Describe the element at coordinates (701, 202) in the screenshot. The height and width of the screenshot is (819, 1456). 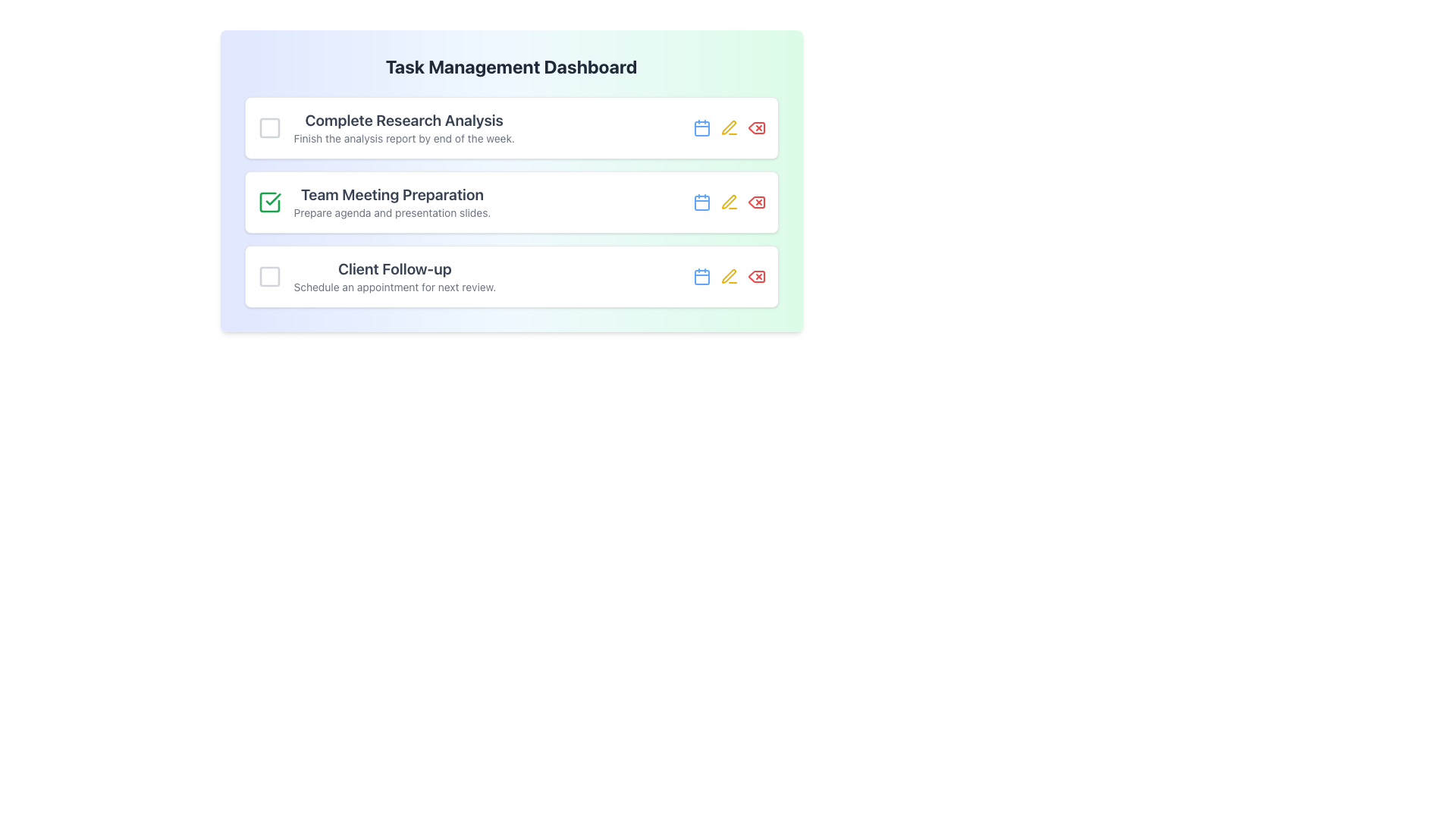
I see `the calendar SVG icon located to the right of 'Team Meeting Preparation' in the second item's action set` at that location.